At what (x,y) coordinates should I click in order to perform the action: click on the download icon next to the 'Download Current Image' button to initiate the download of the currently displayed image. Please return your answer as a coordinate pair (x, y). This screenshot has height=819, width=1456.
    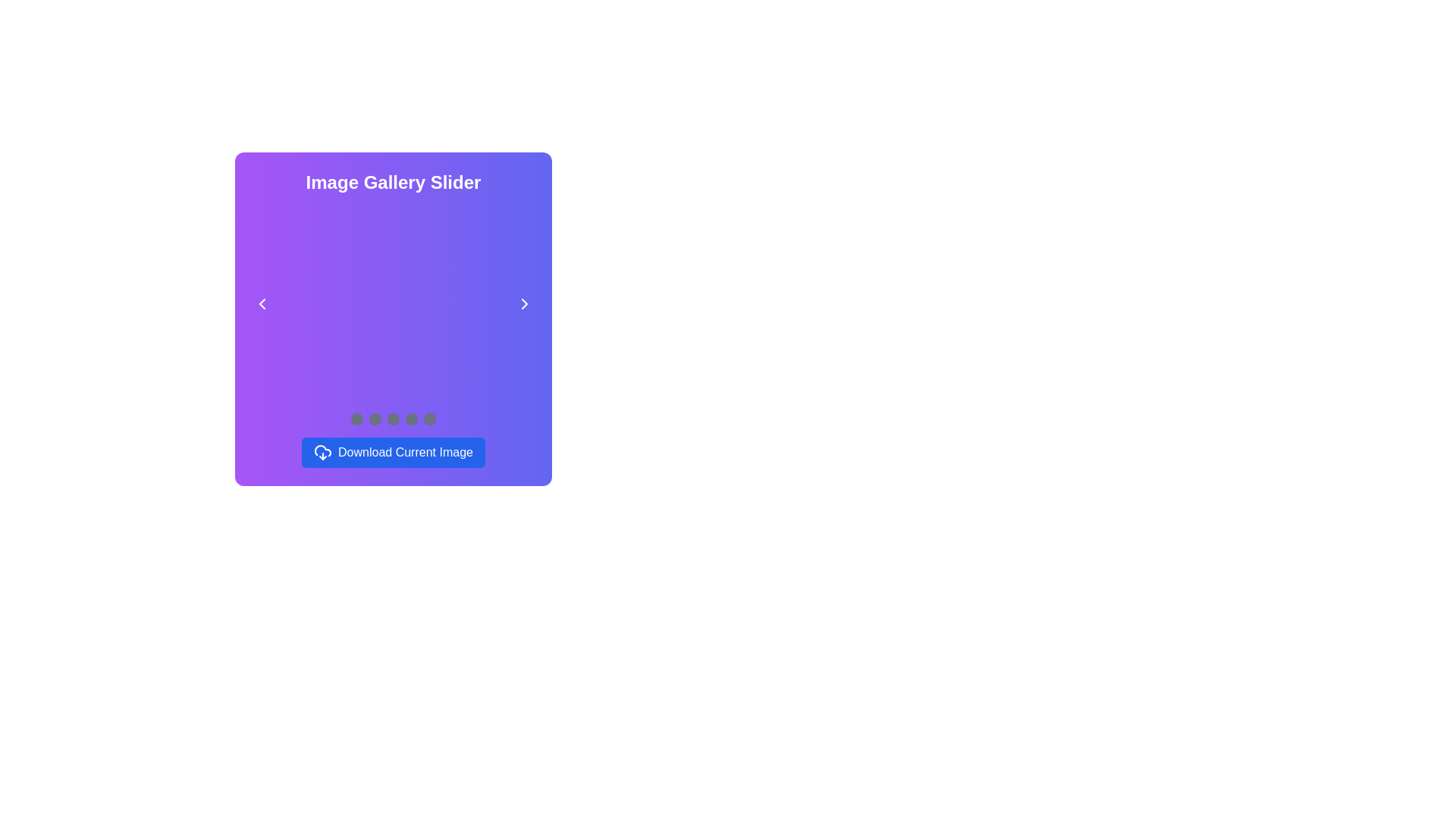
    Looking at the image, I should click on (322, 452).